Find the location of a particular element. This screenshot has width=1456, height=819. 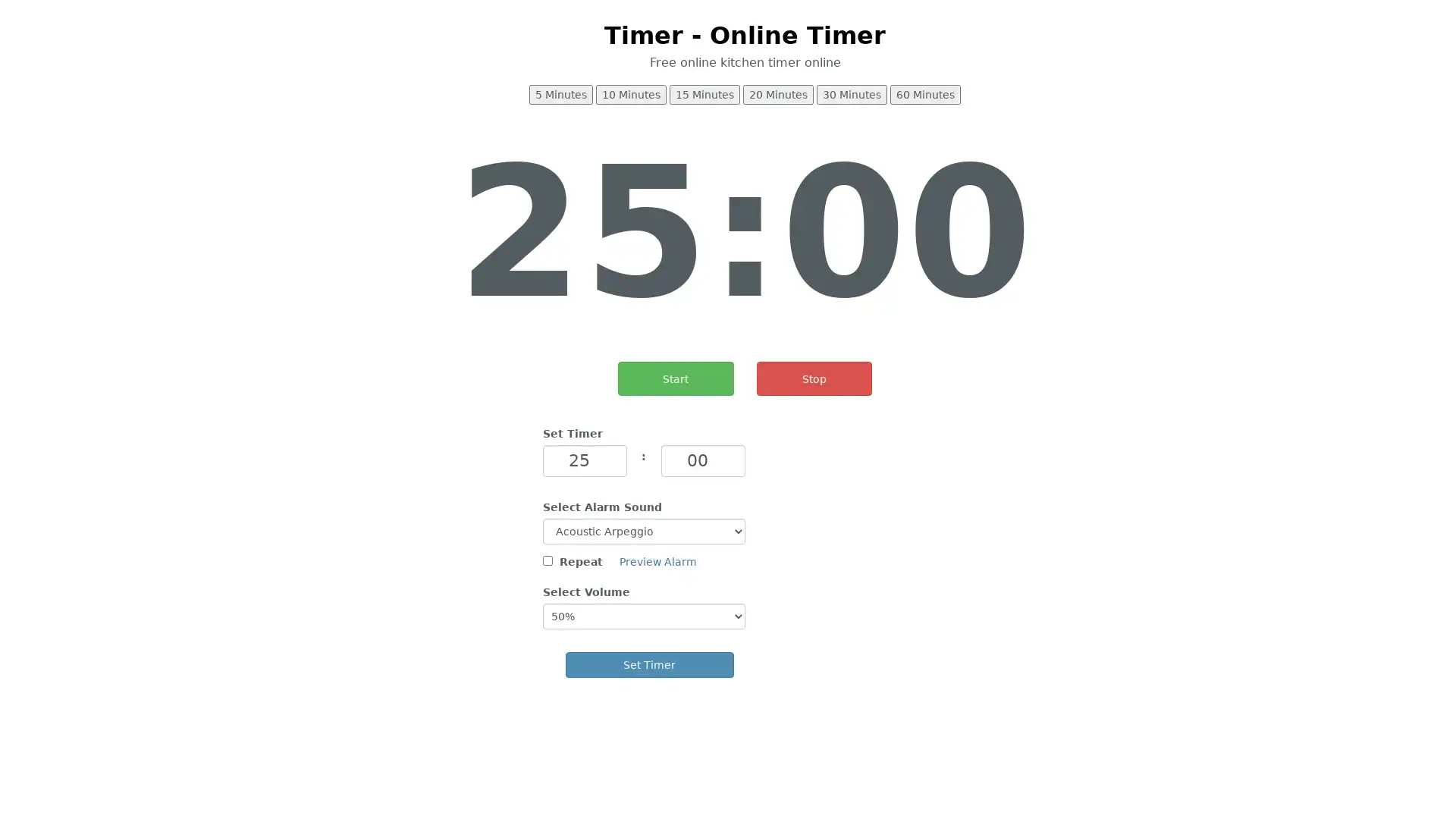

Stop is located at coordinates (813, 378).